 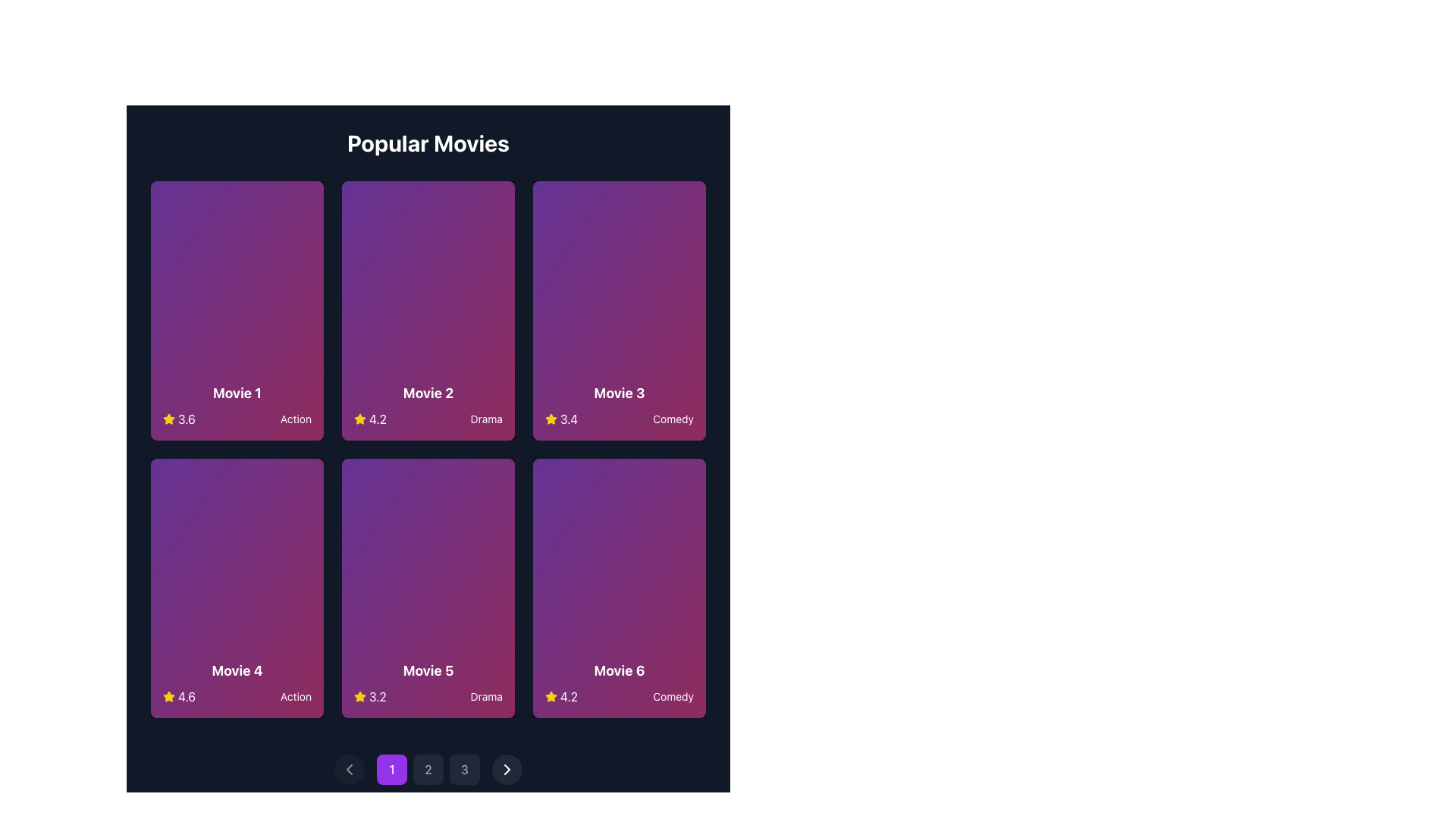 I want to click on the text block displaying the movie's title, rating, and genre located at the bottom center of the fourth card in the grid layout of movie cards, so click(x=236, y=683).